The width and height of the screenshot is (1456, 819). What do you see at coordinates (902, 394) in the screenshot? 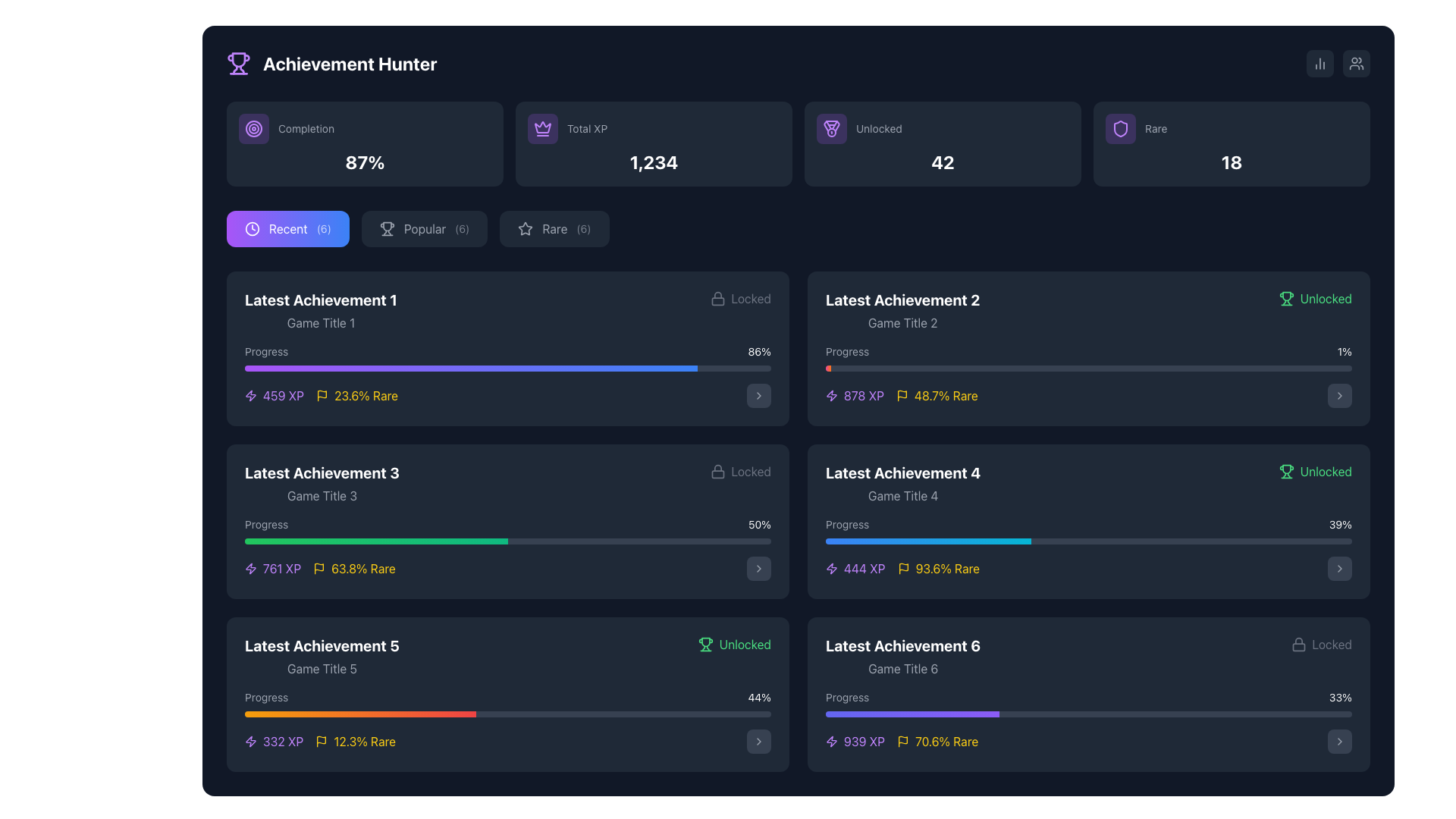
I see `the small, yellow flag SVG icon located to the left of the text '48.7% Rare' in the 'Latest Achievement 2' panel` at bounding box center [902, 394].